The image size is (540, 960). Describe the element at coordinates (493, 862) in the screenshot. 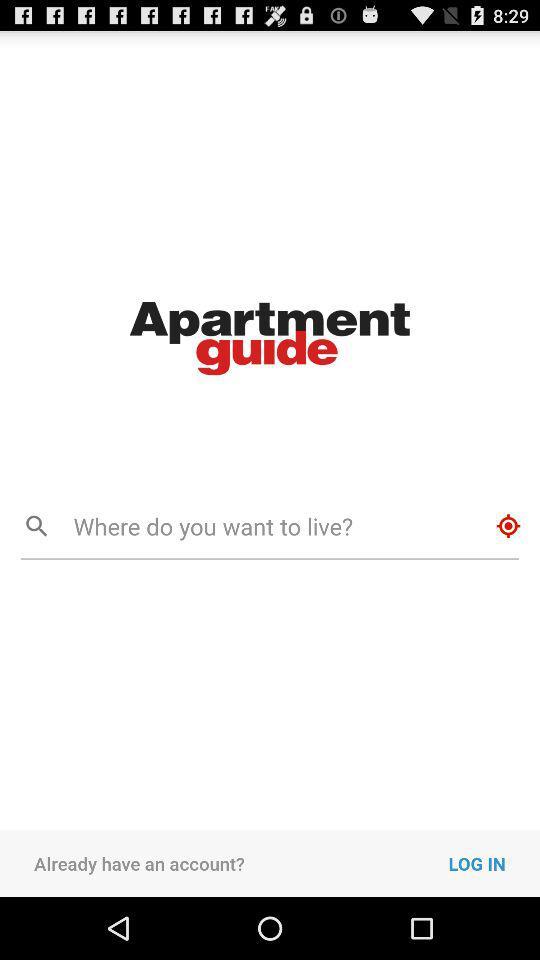

I see `log in` at that location.